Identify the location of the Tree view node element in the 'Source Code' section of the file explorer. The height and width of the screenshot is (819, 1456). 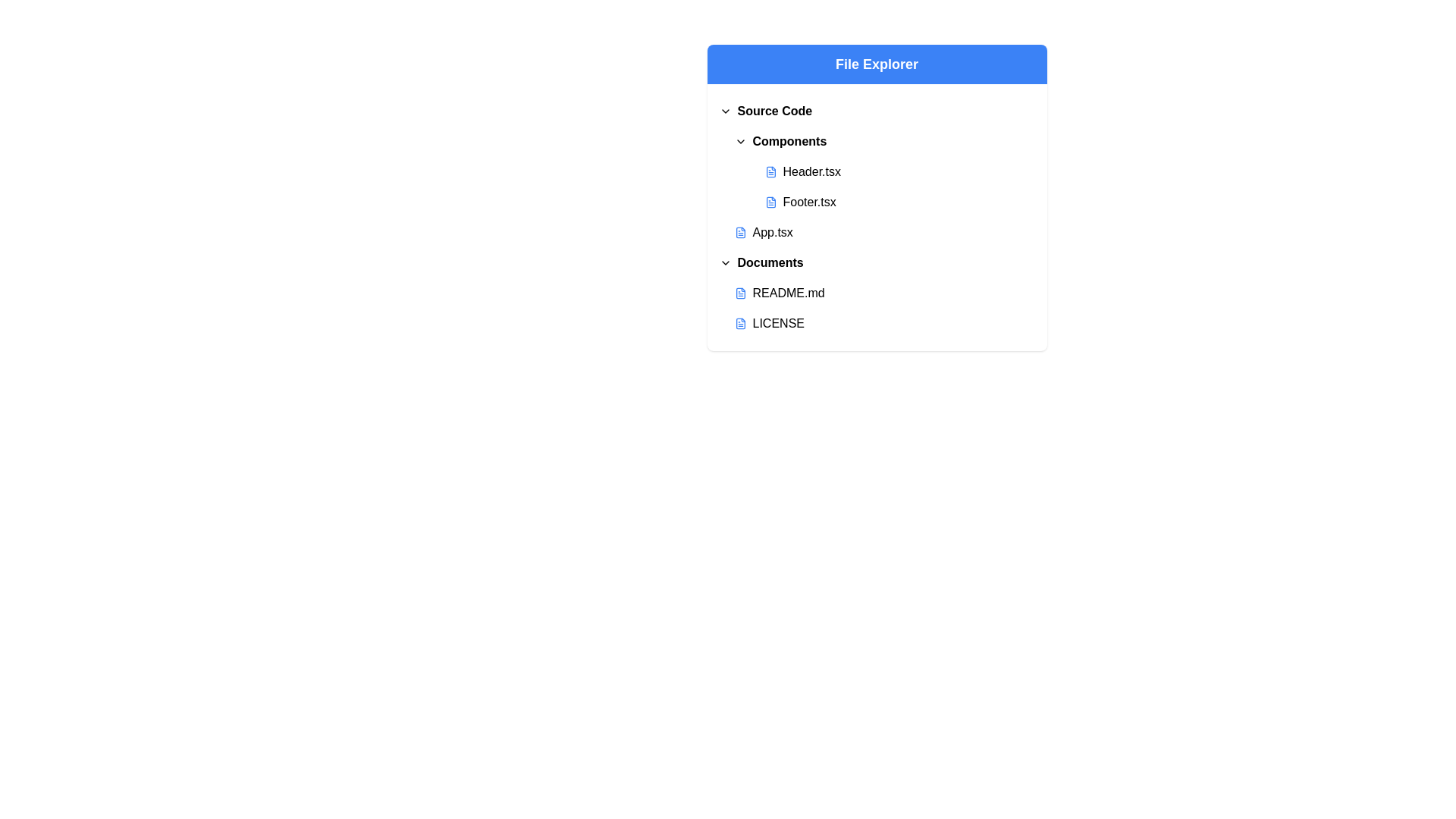
(877, 171).